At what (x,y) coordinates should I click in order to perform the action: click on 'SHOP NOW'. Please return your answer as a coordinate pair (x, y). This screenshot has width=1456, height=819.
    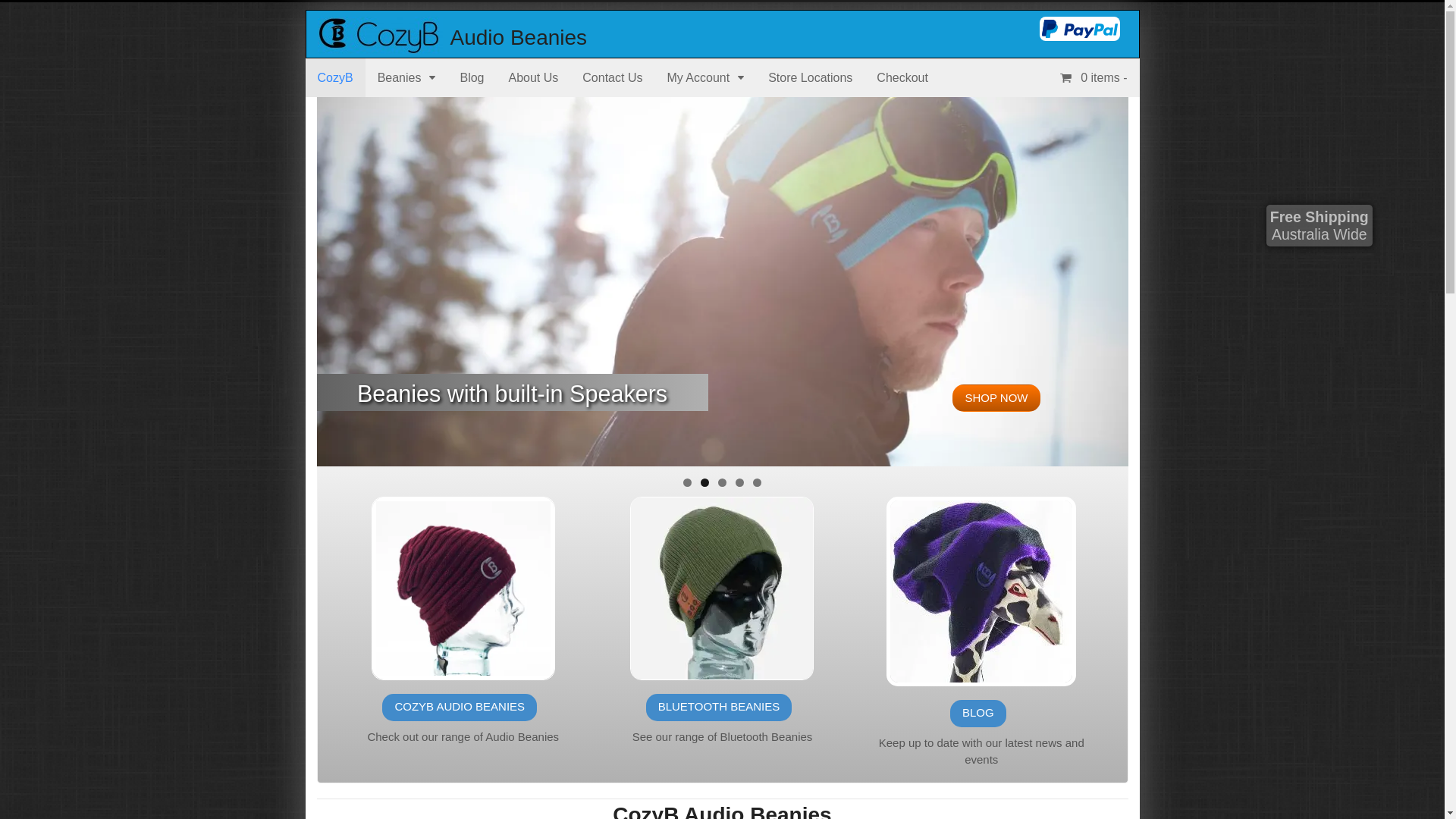
    Looking at the image, I should click on (996, 397).